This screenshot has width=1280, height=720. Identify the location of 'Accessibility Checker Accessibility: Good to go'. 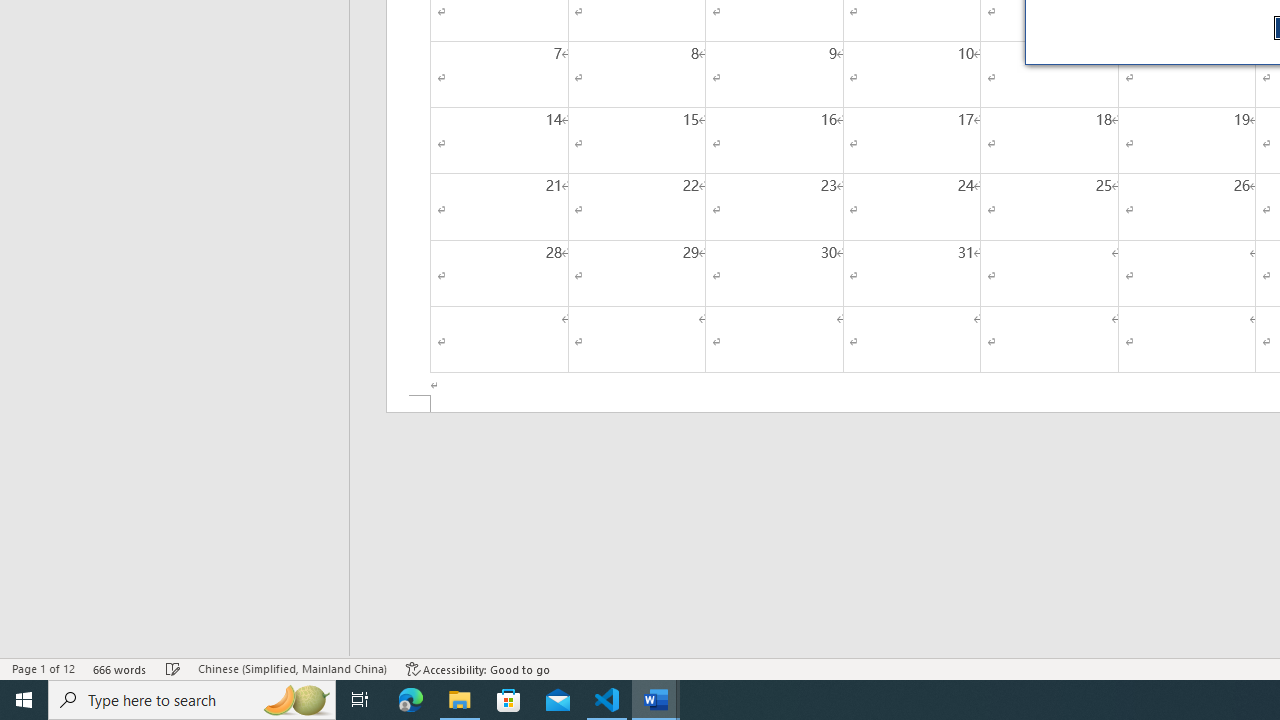
(477, 669).